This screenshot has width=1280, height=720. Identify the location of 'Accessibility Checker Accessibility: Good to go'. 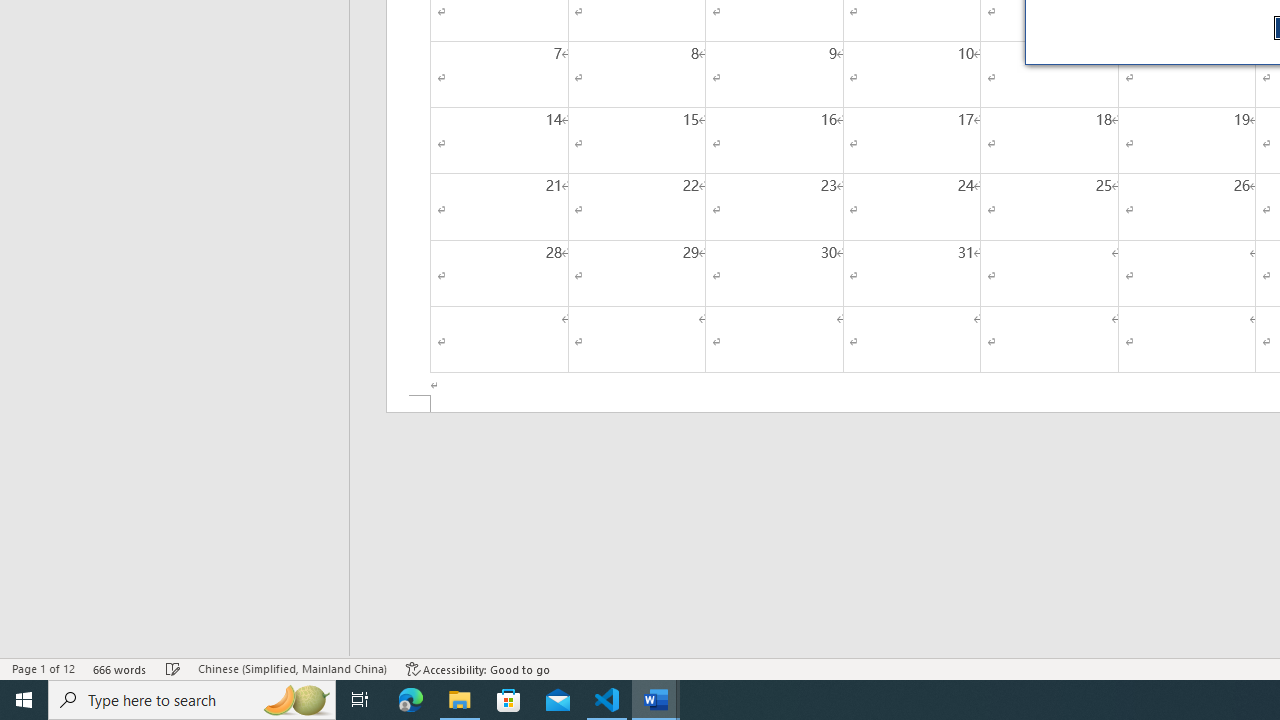
(477, 669).